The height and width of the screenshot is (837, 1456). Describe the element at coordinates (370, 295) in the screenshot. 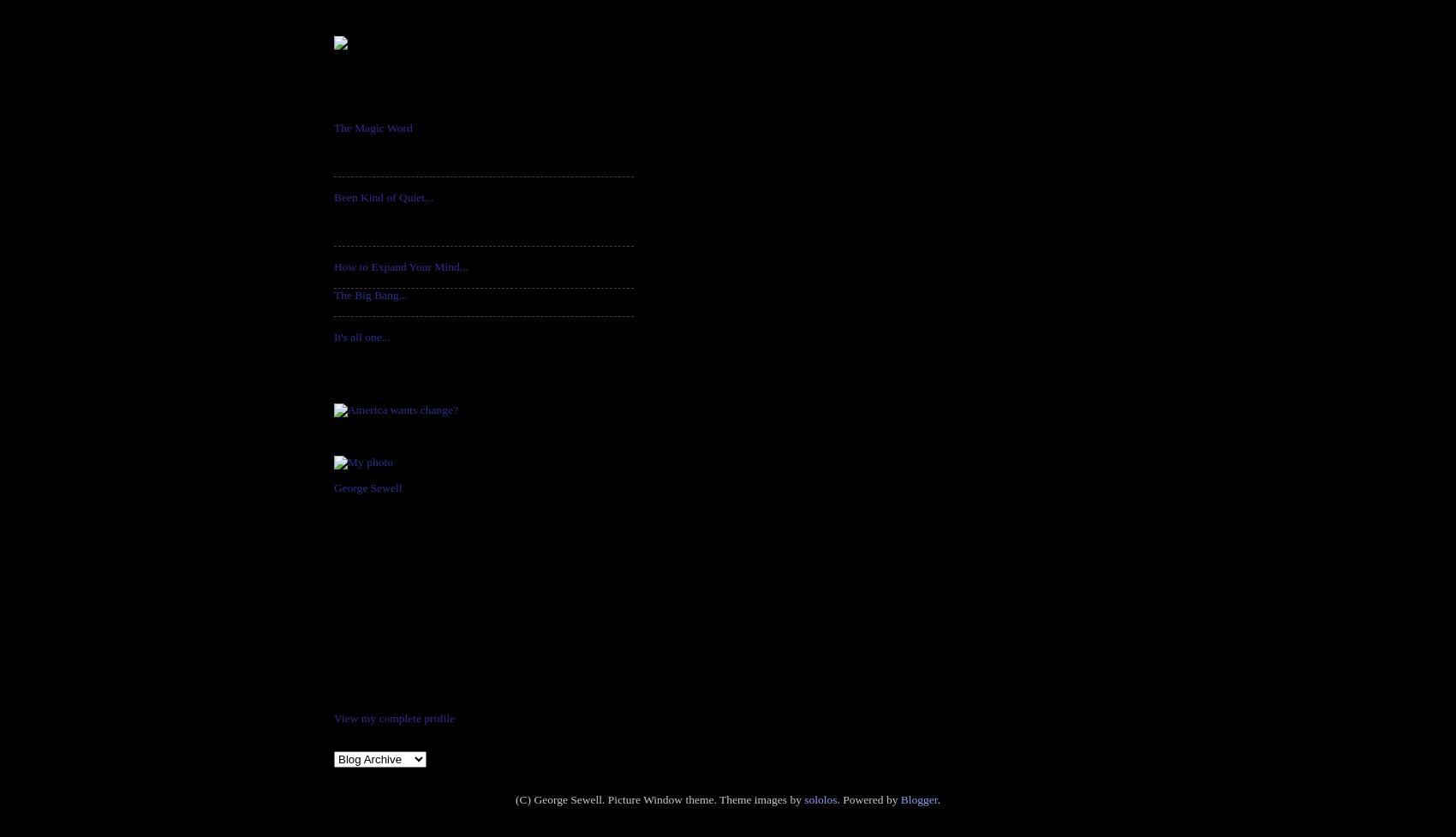

I see `'The Big Bang...'` at that location.